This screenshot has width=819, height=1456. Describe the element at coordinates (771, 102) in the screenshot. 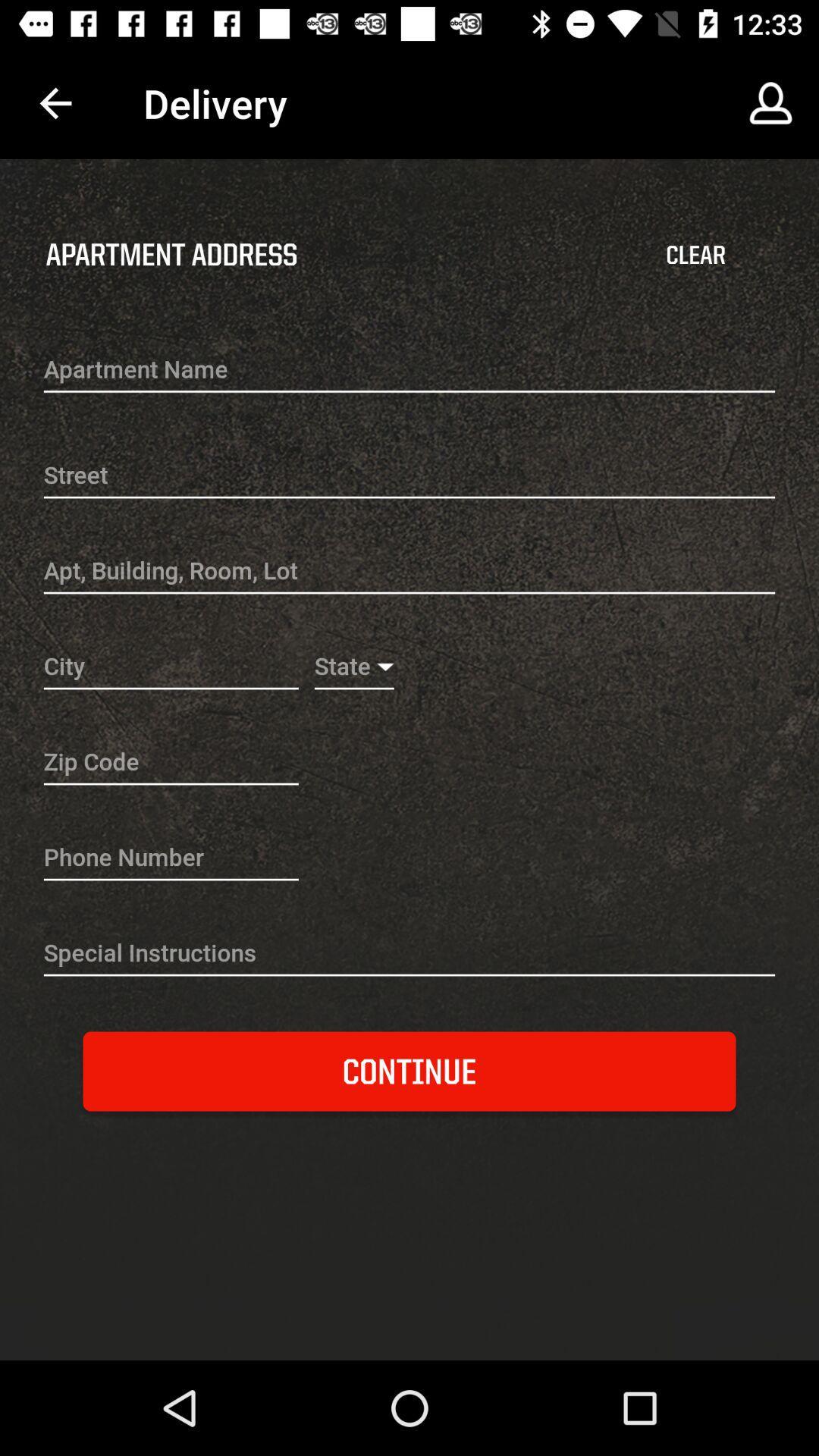

I see `the icon above the clear item` at that location.